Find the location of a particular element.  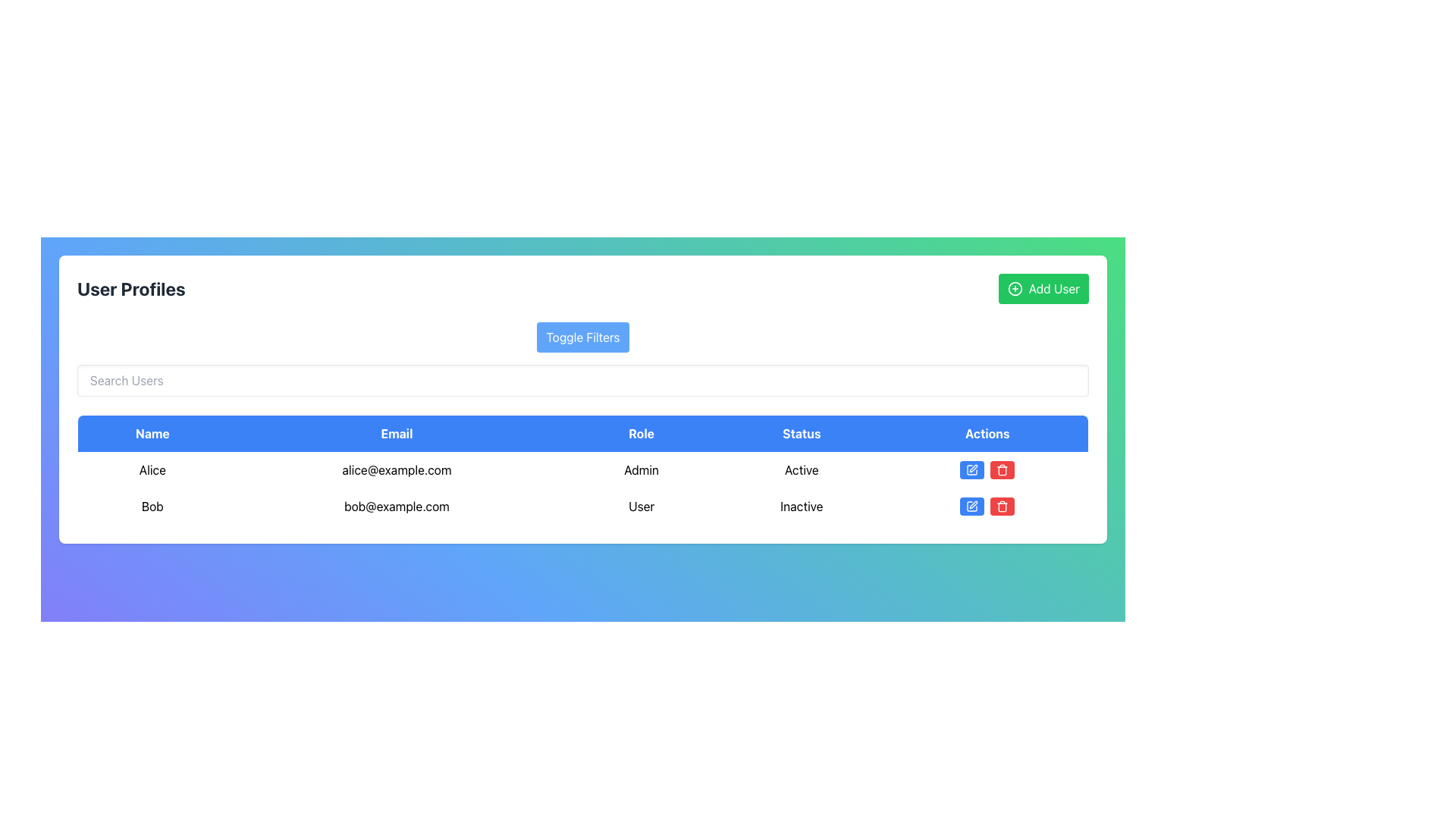

the edit icon button in the Actions column for user Bob is located at coordinates (972, 506).